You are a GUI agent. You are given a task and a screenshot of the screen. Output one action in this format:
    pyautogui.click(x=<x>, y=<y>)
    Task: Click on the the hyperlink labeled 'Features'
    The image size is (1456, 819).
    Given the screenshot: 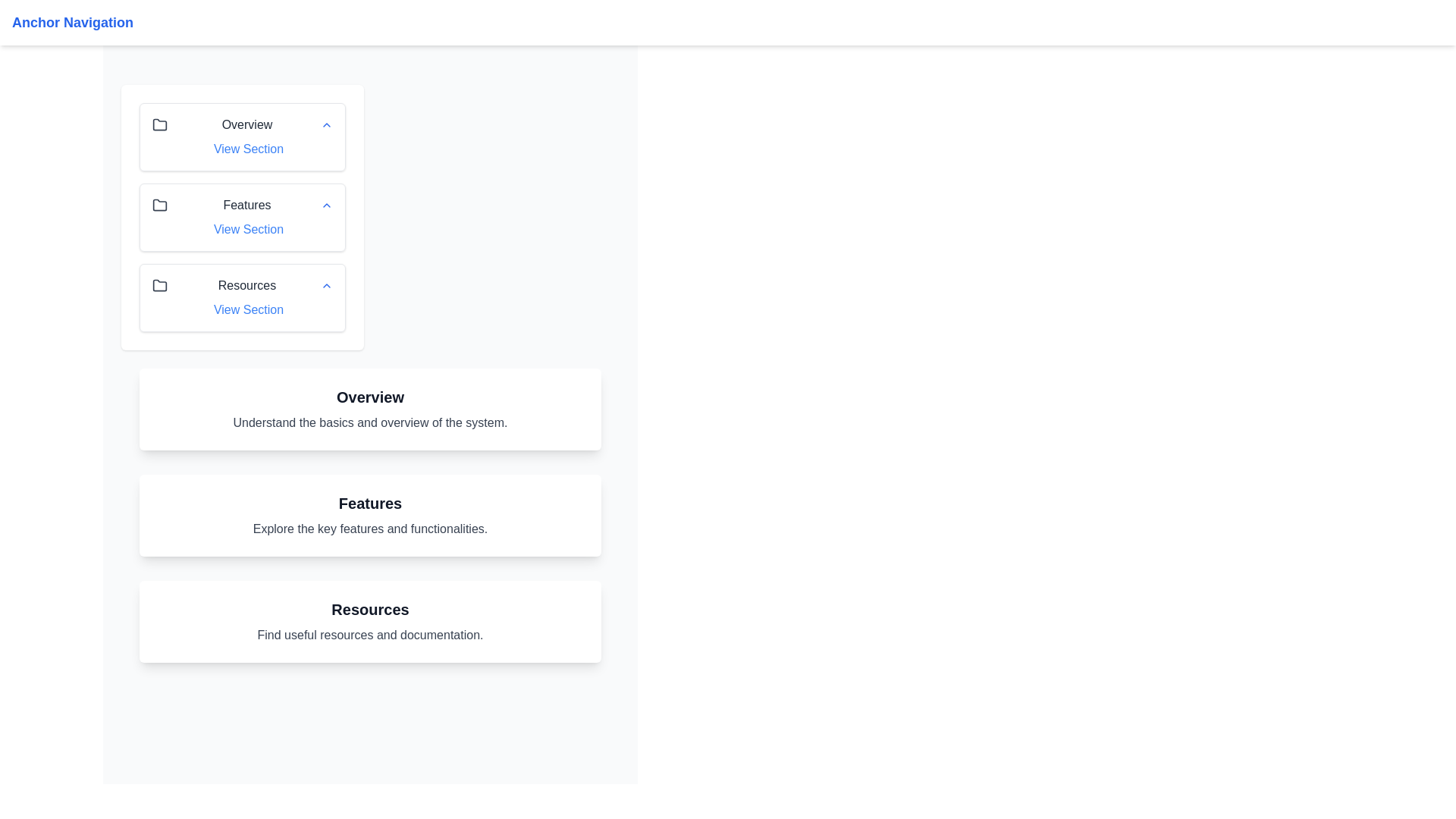 What is the action you would take?
    pyautogui.click(x=248, y=229)
    